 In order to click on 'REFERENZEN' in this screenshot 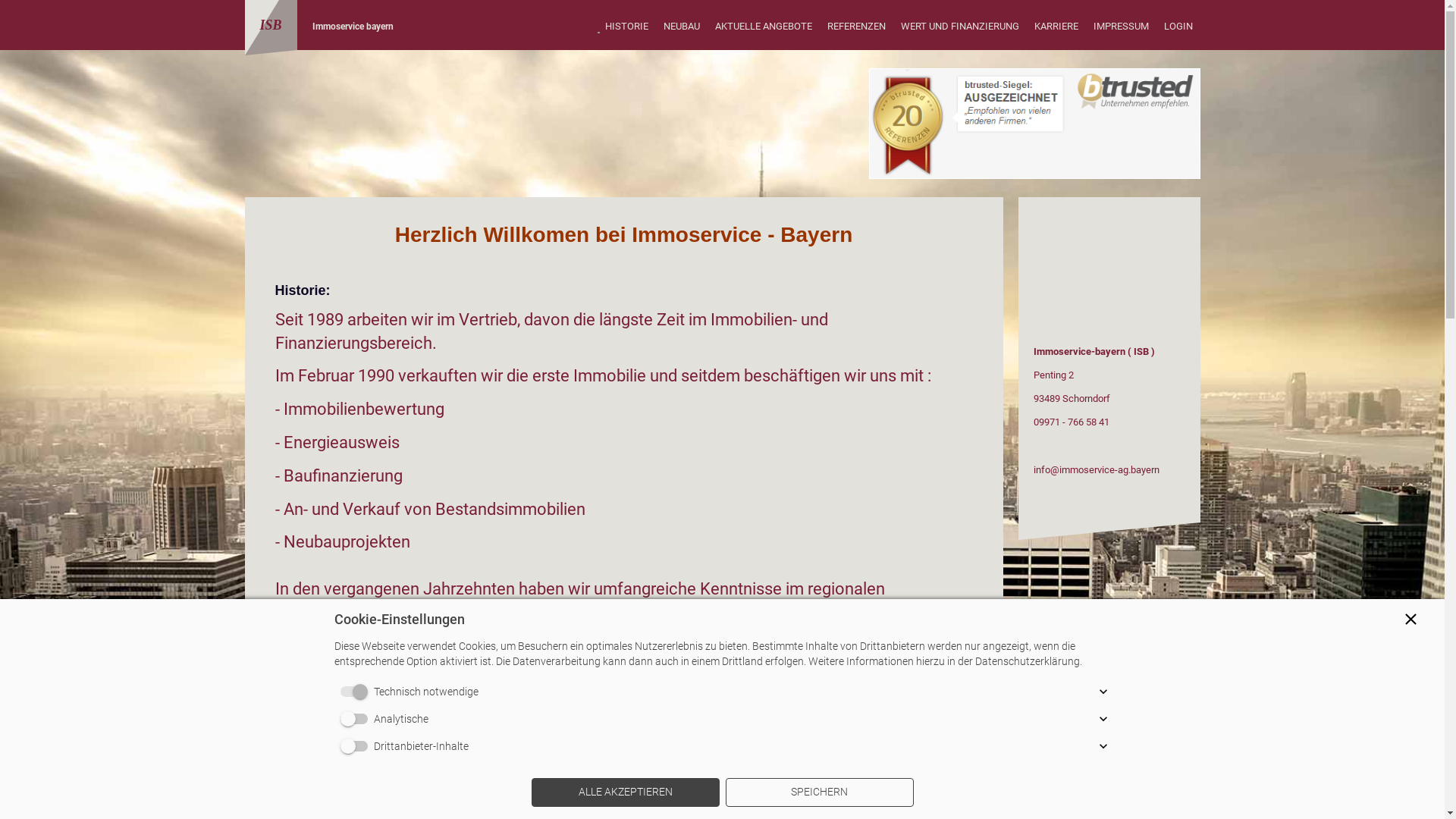, I will do `click(818, 27)`.